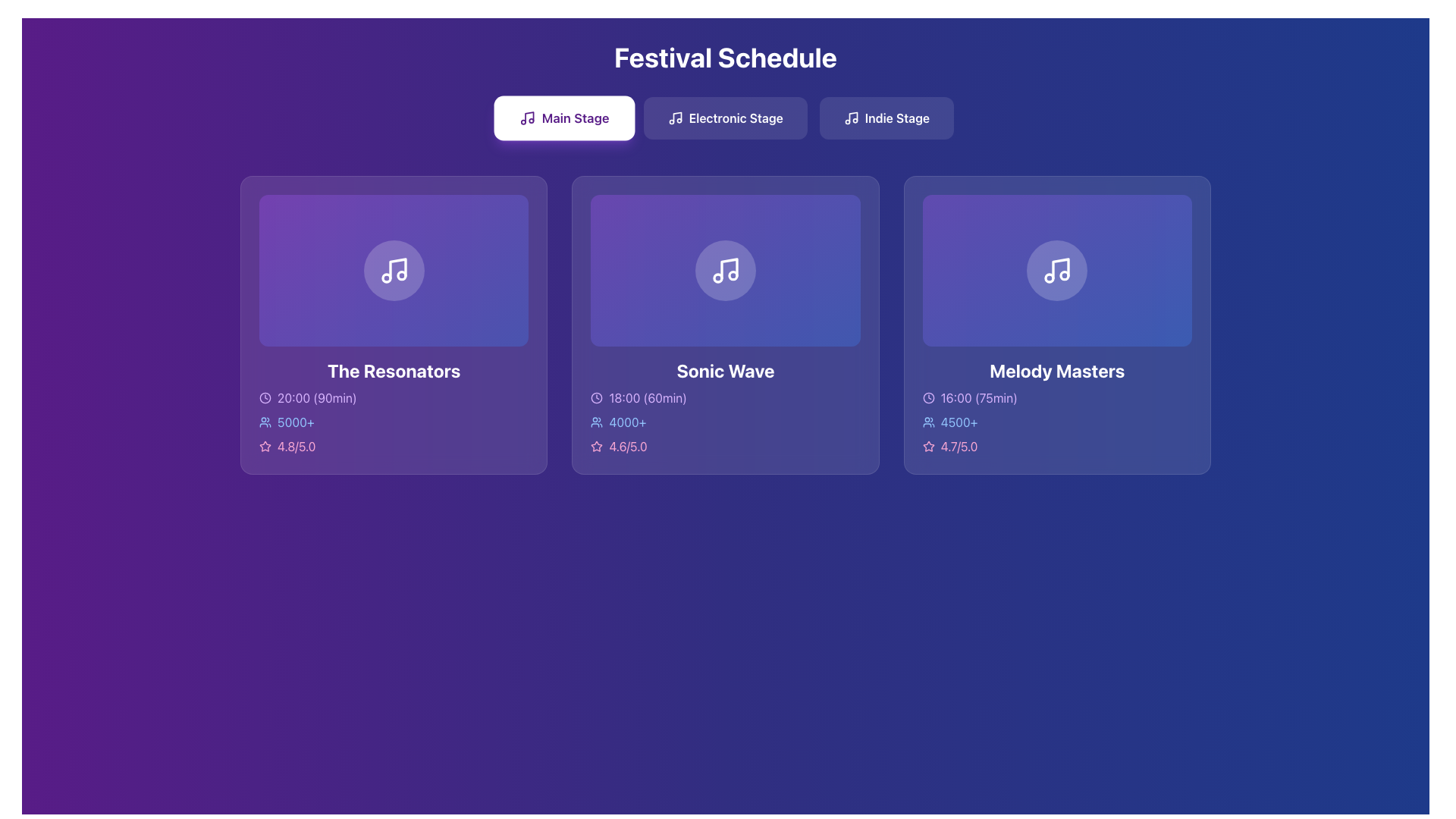 The image size is (1456, 819). What do you see at coordinates (596, 445) in the screenshot?
I see `the star rating icon next to the score '4.6/5.0' within the 'Sonic Wave' card` at bounding box center [596, 445].